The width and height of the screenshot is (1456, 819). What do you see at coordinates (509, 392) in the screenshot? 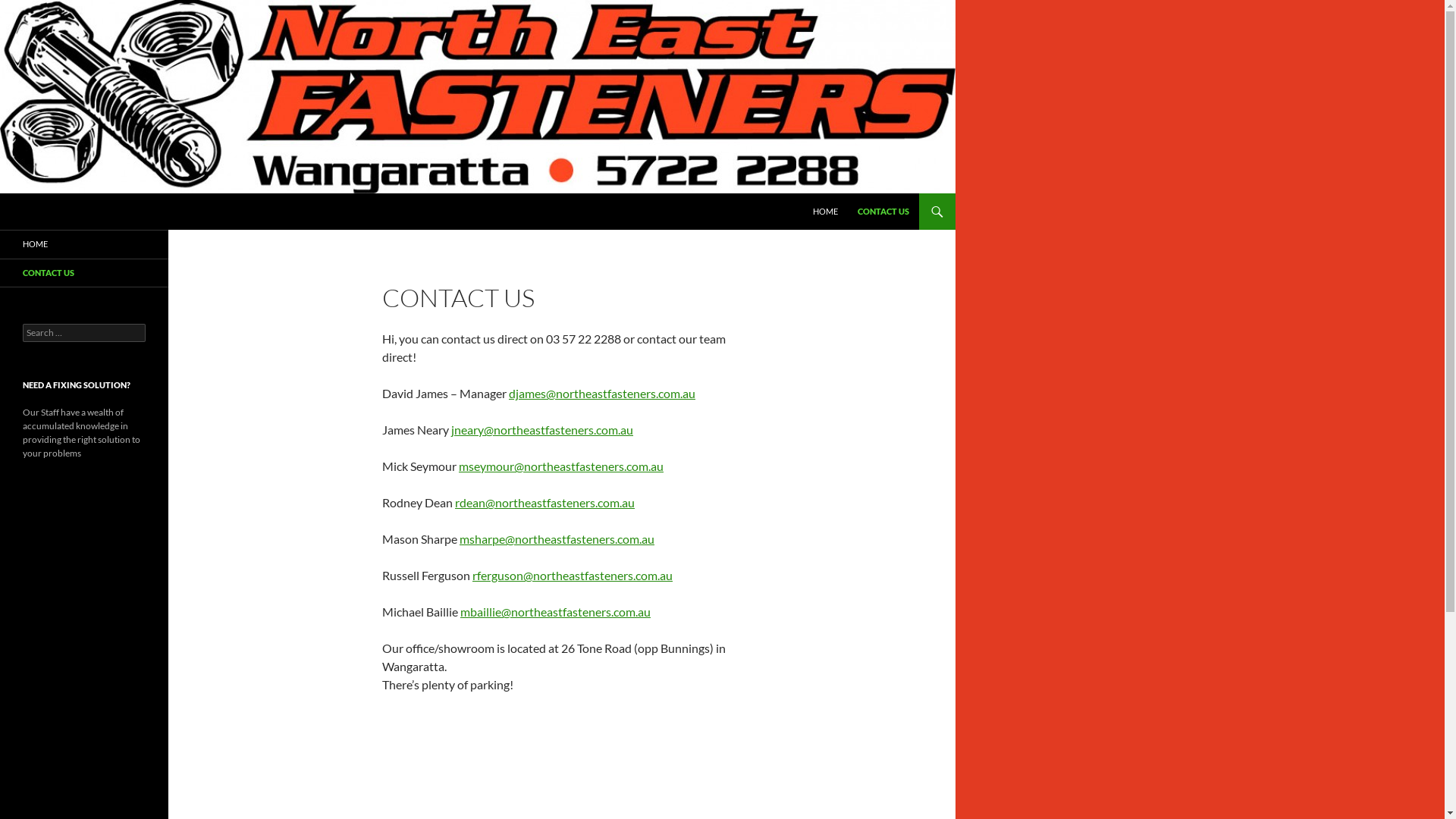
I see `'djames@northeastfasteners.com.au'` at bounding box center [509, 392].